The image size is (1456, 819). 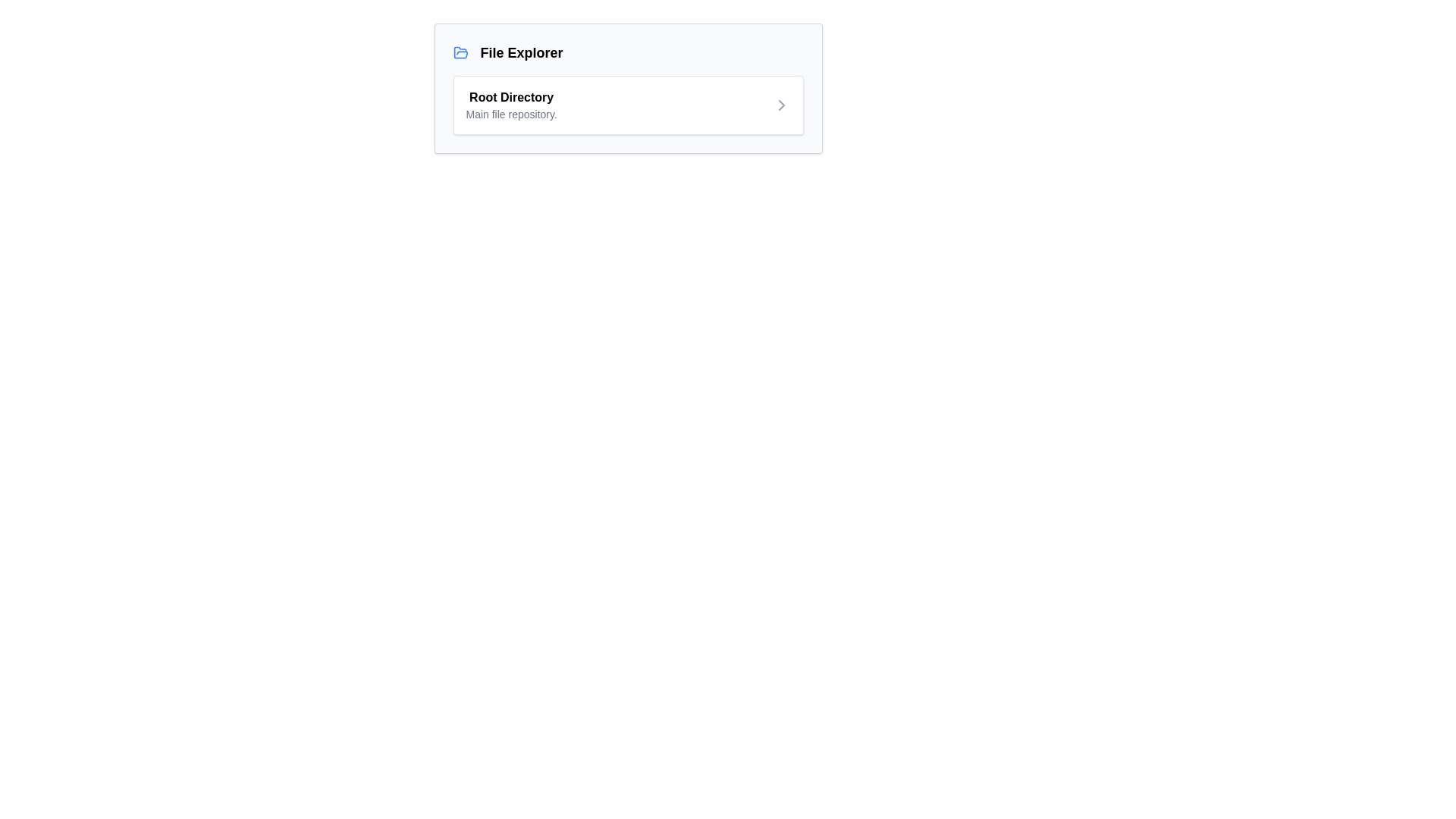 I want to click on the folder icon located to the far left next to the text 'File Explorer', so click(x=460, y=52).